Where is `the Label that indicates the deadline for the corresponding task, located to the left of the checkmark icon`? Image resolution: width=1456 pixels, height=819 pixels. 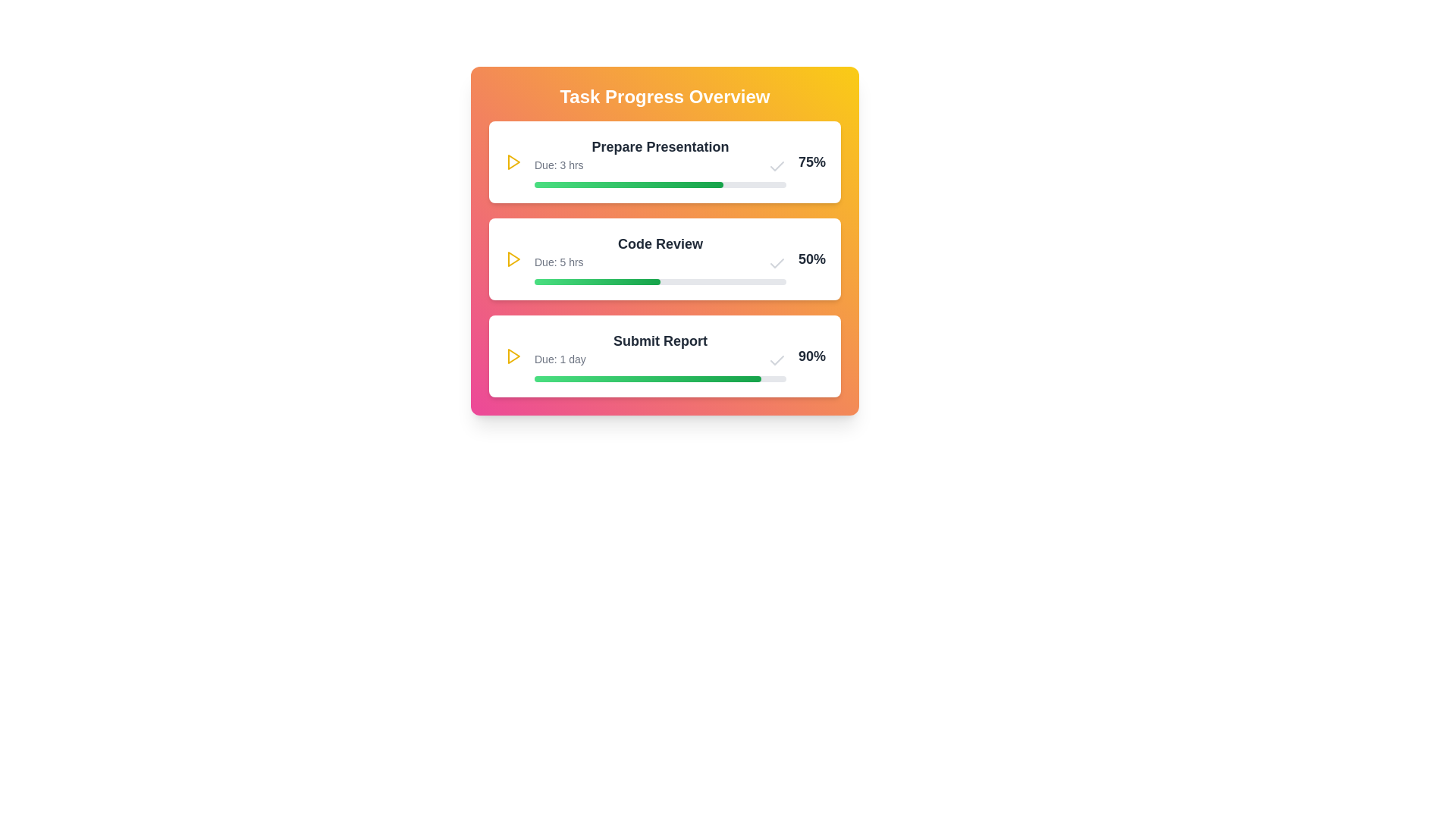 the Label that indicates the deadline for the corresponding task, located to the left of the checkmark icon is located at coordinates (558, 166).